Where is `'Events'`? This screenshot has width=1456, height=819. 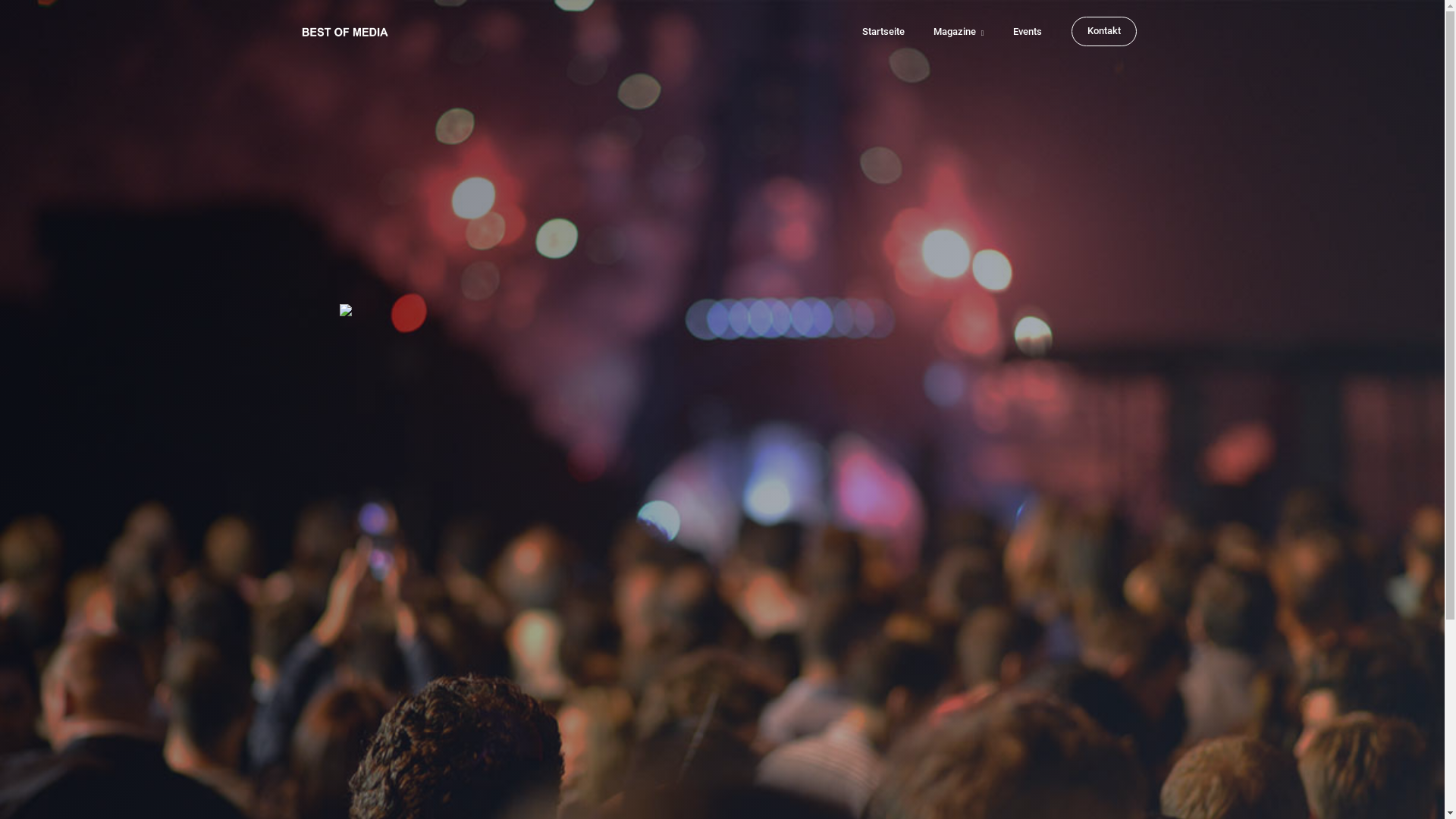 'Events' is located at coordinates (1027, 32).